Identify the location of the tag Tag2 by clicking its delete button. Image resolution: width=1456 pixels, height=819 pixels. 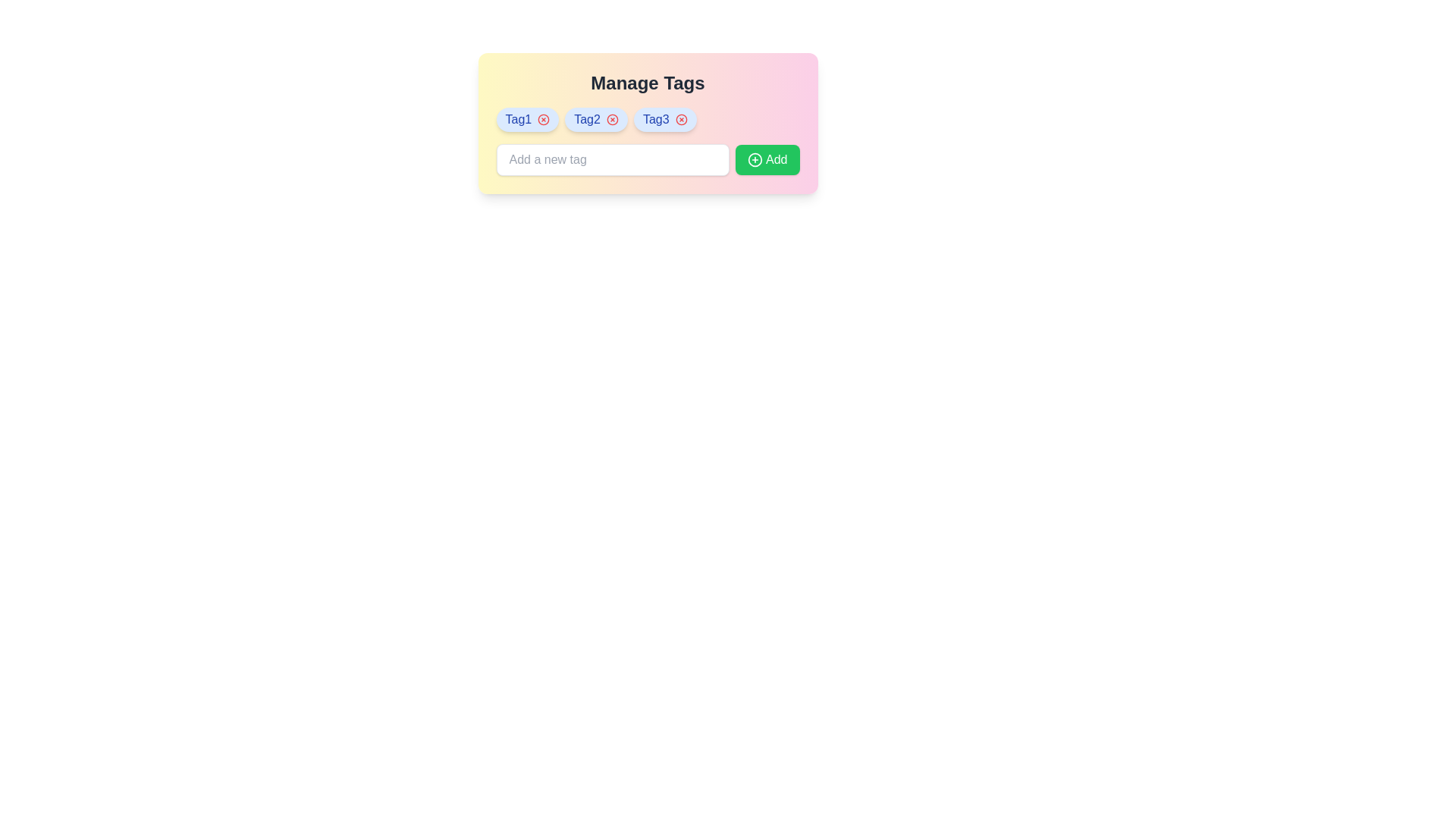
(612, 119).